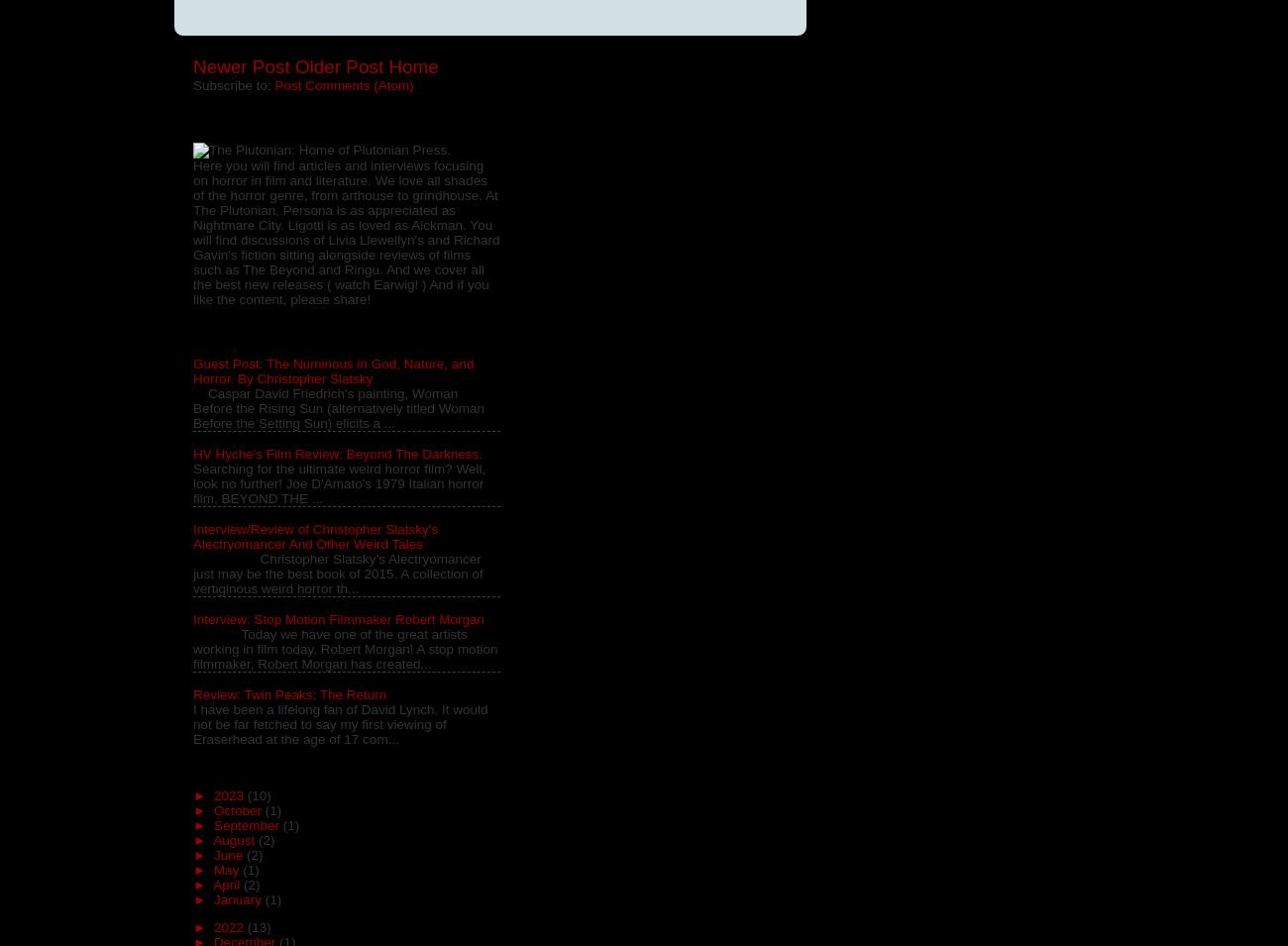 The image size is (1288, 946). What do you see at coordinates (246, 824) in the screenshot?
I see `'September'` at bounding box center [246, 824].